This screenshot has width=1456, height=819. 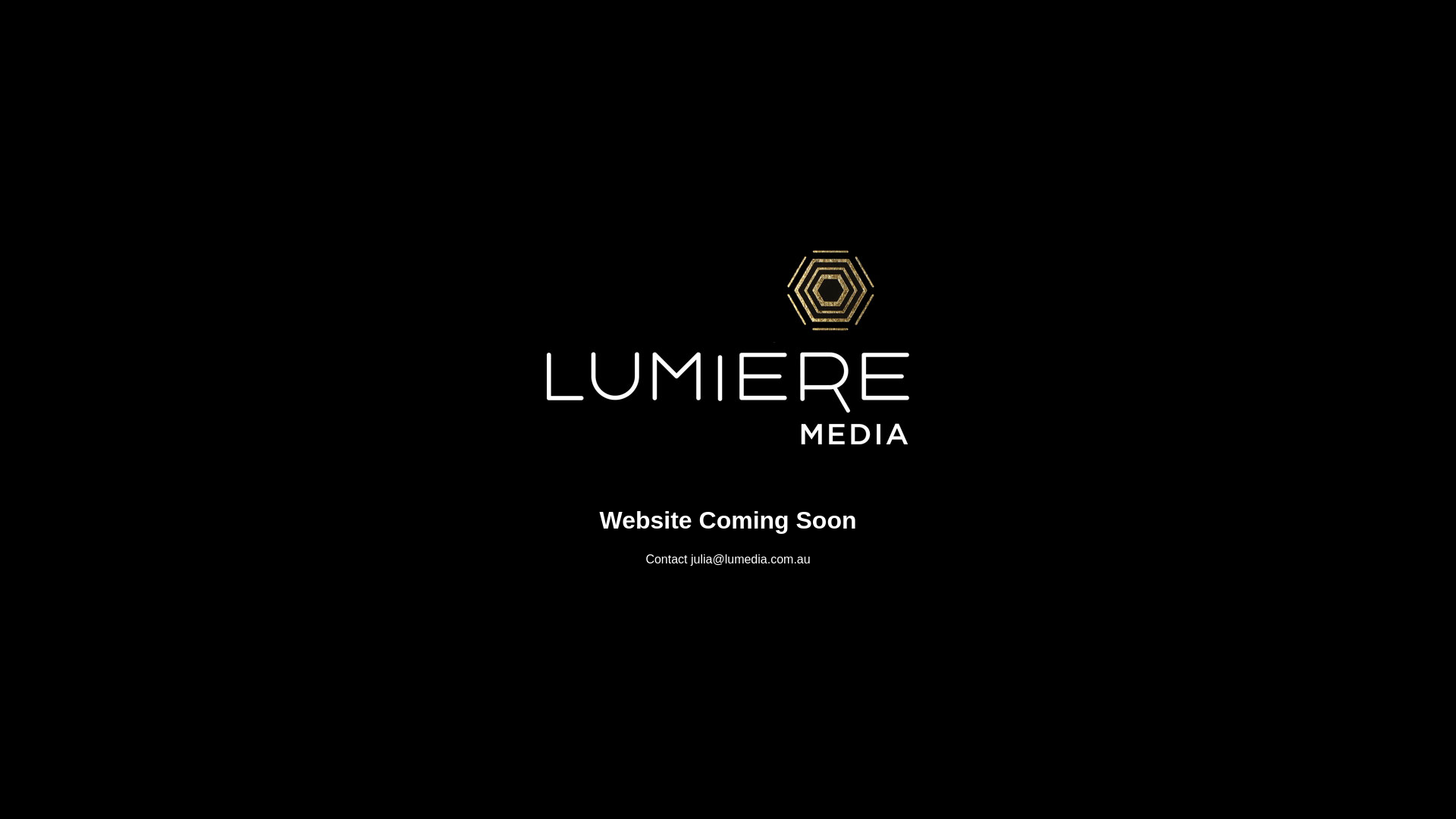 I want to click on 'julia@lumedia.com.au', so click(x=750, y=559).